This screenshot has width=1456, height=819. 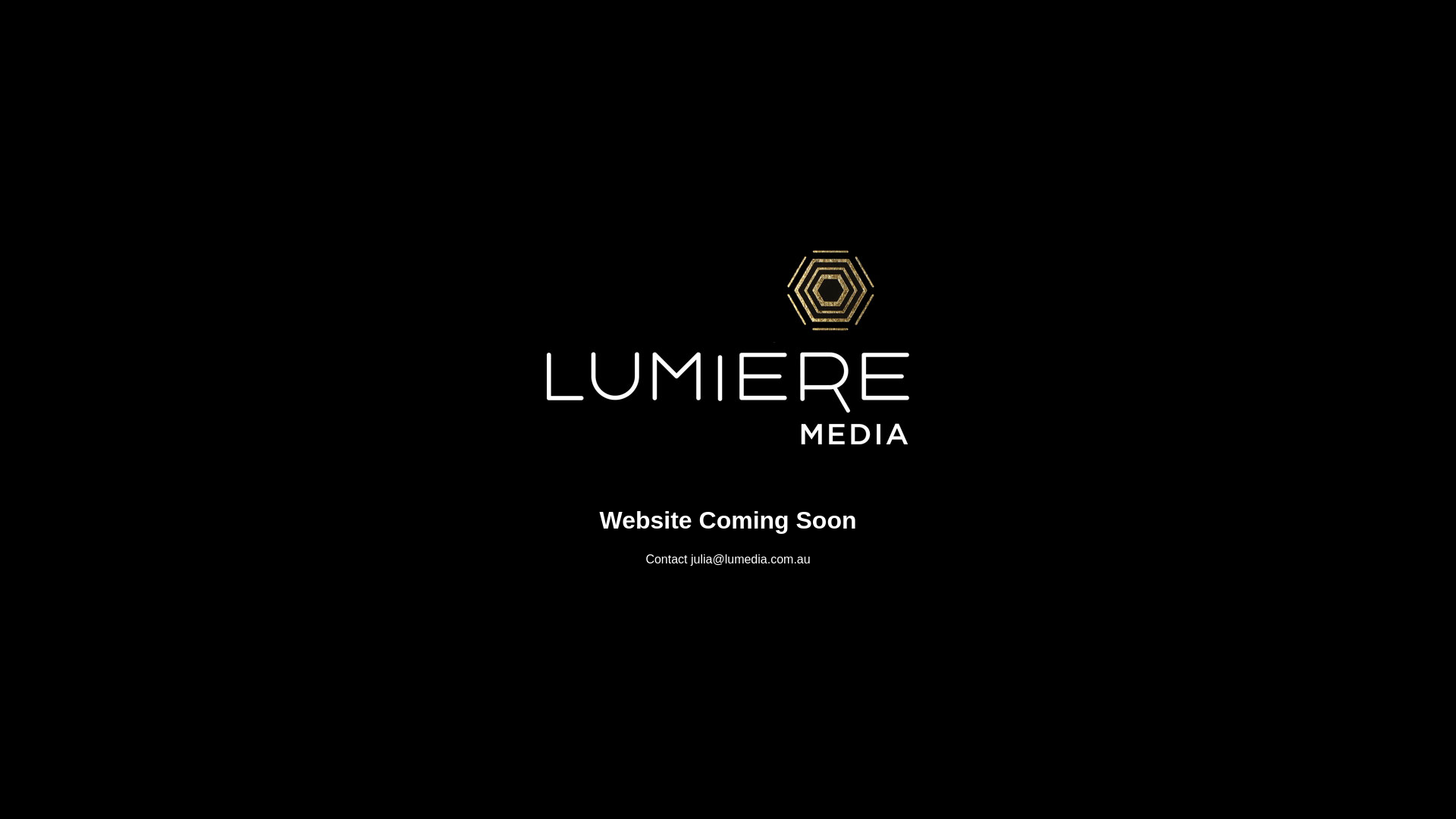 I want to click on 'julia@lumedia.com.au', so click(x=750, y=559).